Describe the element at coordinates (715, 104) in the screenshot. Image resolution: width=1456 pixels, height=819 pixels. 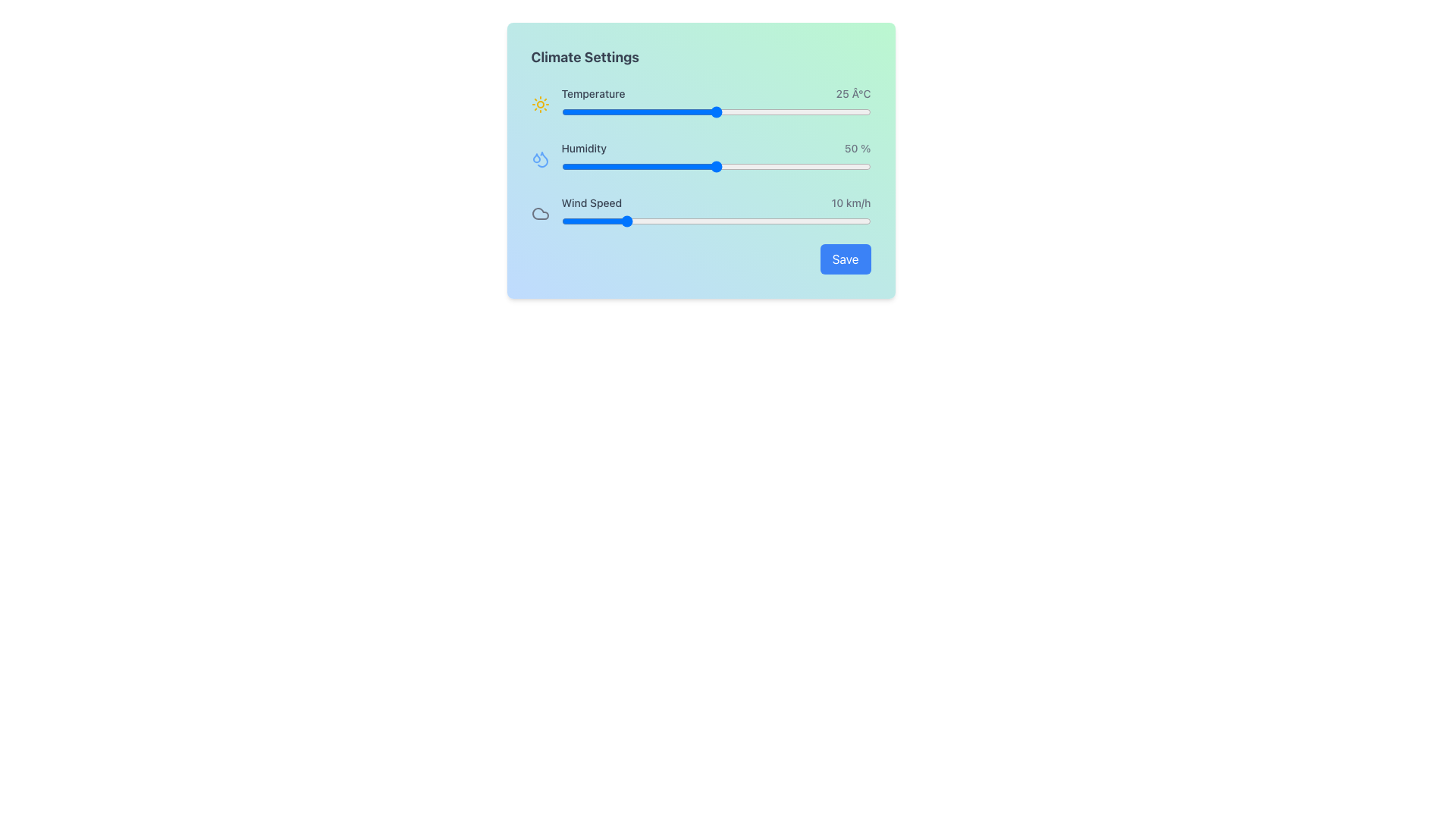
I see `the interactive Range Slider bar to set a precise temperature value, located in the top segment of the 'Climate Settings' panel, adjacent to the text 'Temperature' and the value '25°C'` at that location.